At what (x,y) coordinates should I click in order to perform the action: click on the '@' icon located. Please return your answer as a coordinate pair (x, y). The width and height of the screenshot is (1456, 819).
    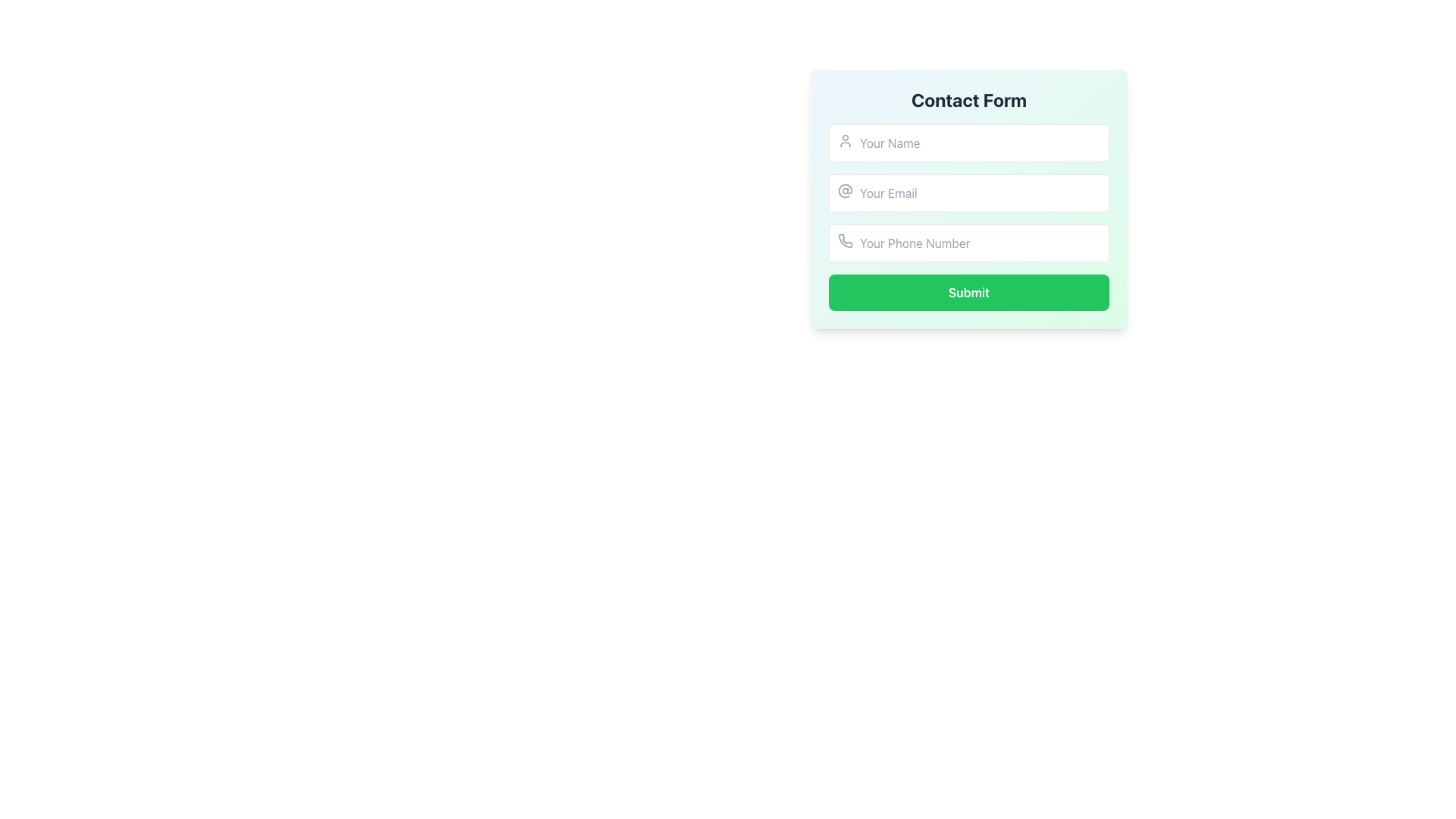
    Looking at the image, I should click on (844, 190).